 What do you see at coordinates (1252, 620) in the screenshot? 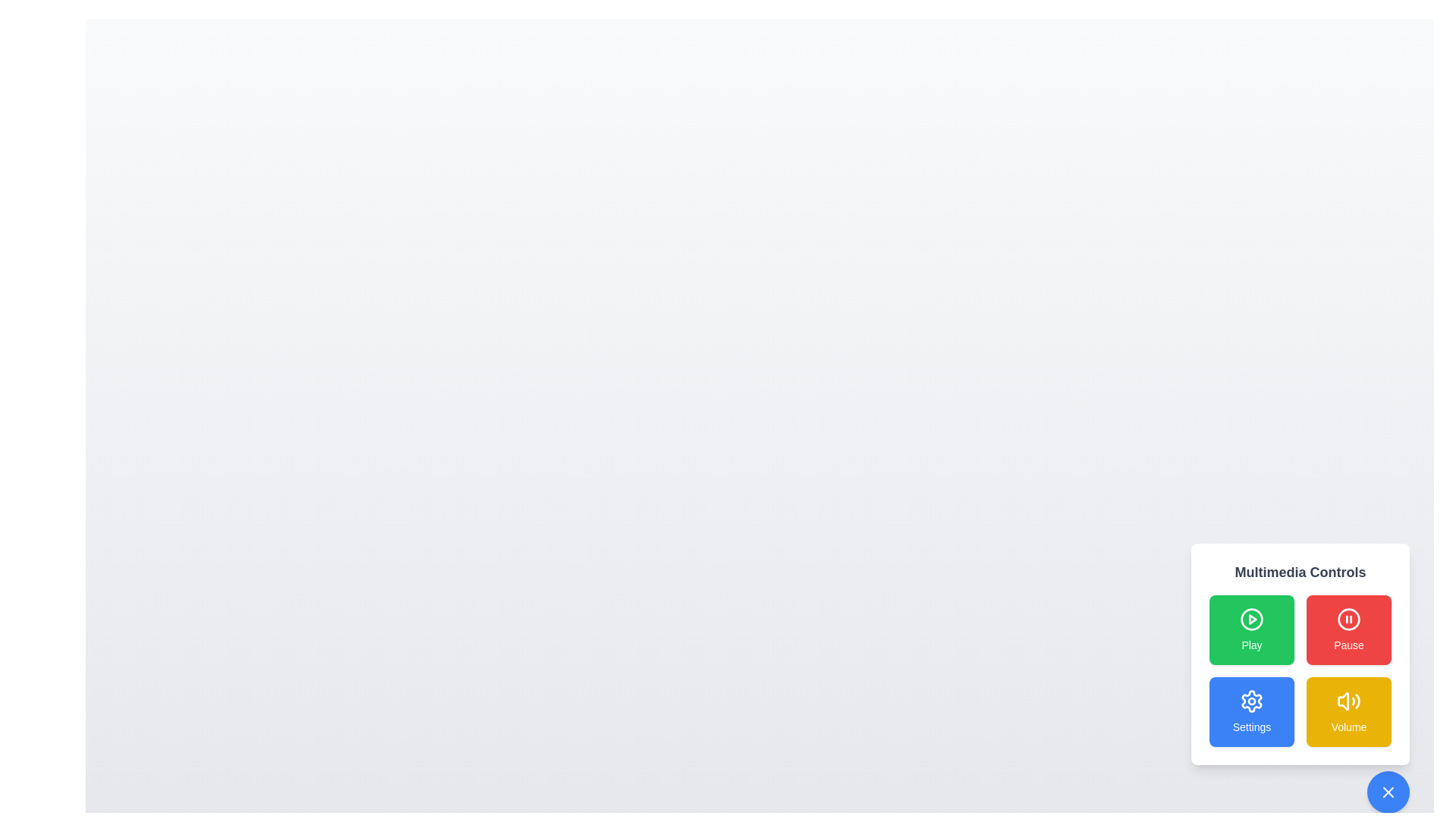
I see `the circular play icon featuring a white triangular play symbol on a green background` at bounding box center [1252, 620].